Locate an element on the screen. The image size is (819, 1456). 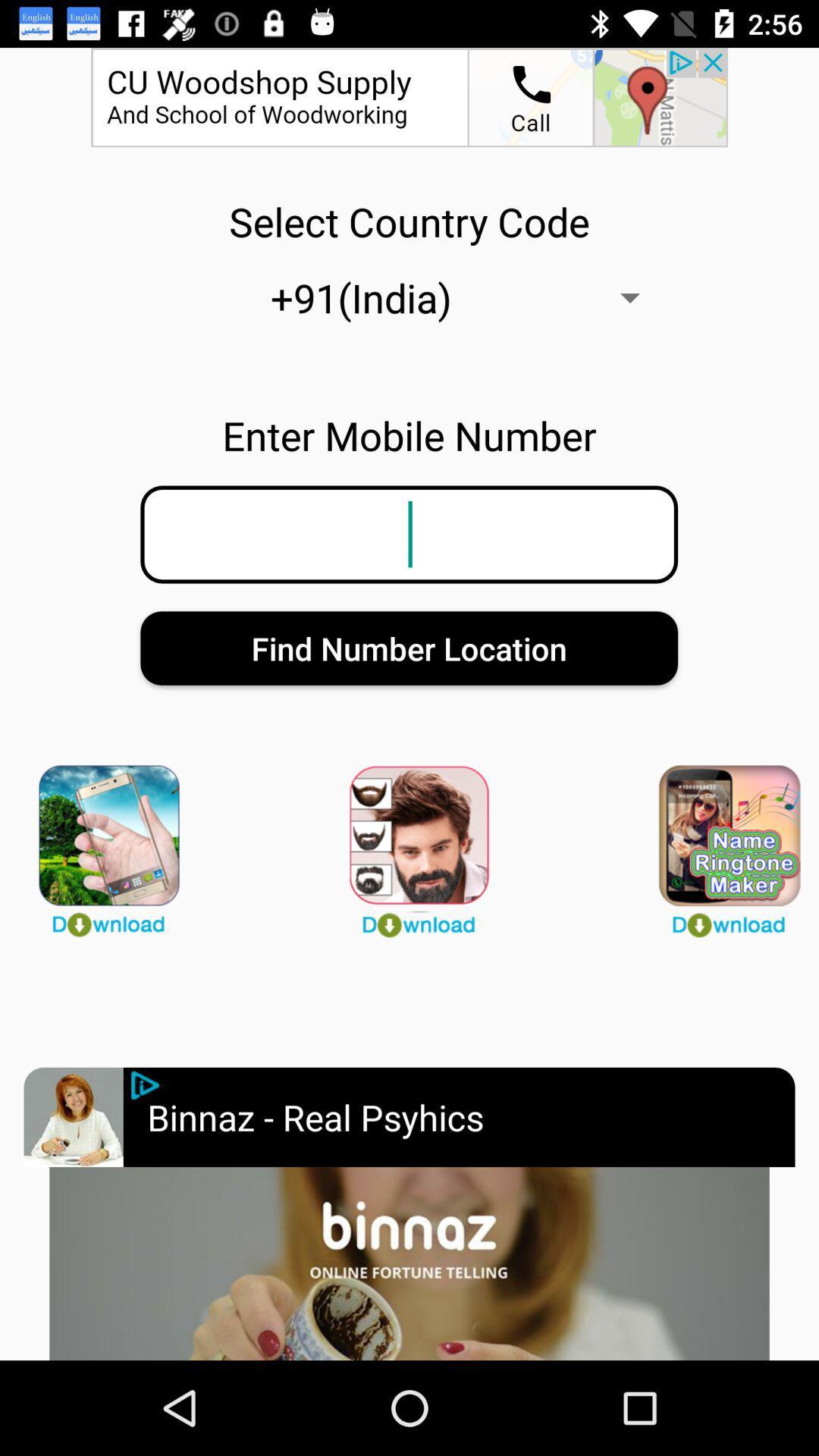
download name ringtone maker app is located at coordinates (718, 843).